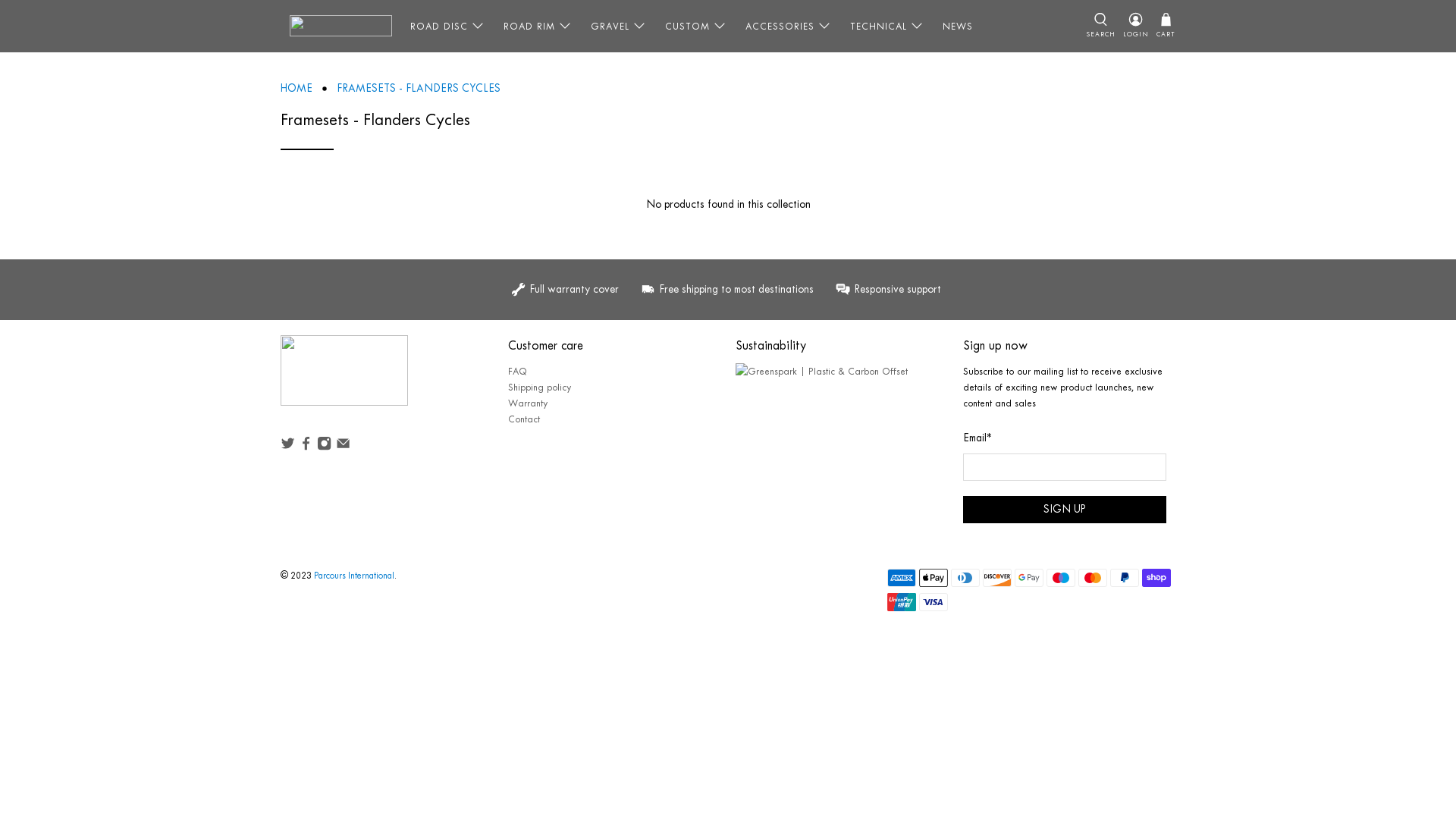 This screenshot has width=1456, height=819. What do you see at coordinates (655, 26) in the screenshot?
I see `'CUSTOM'` at bounding box center [655, 26].